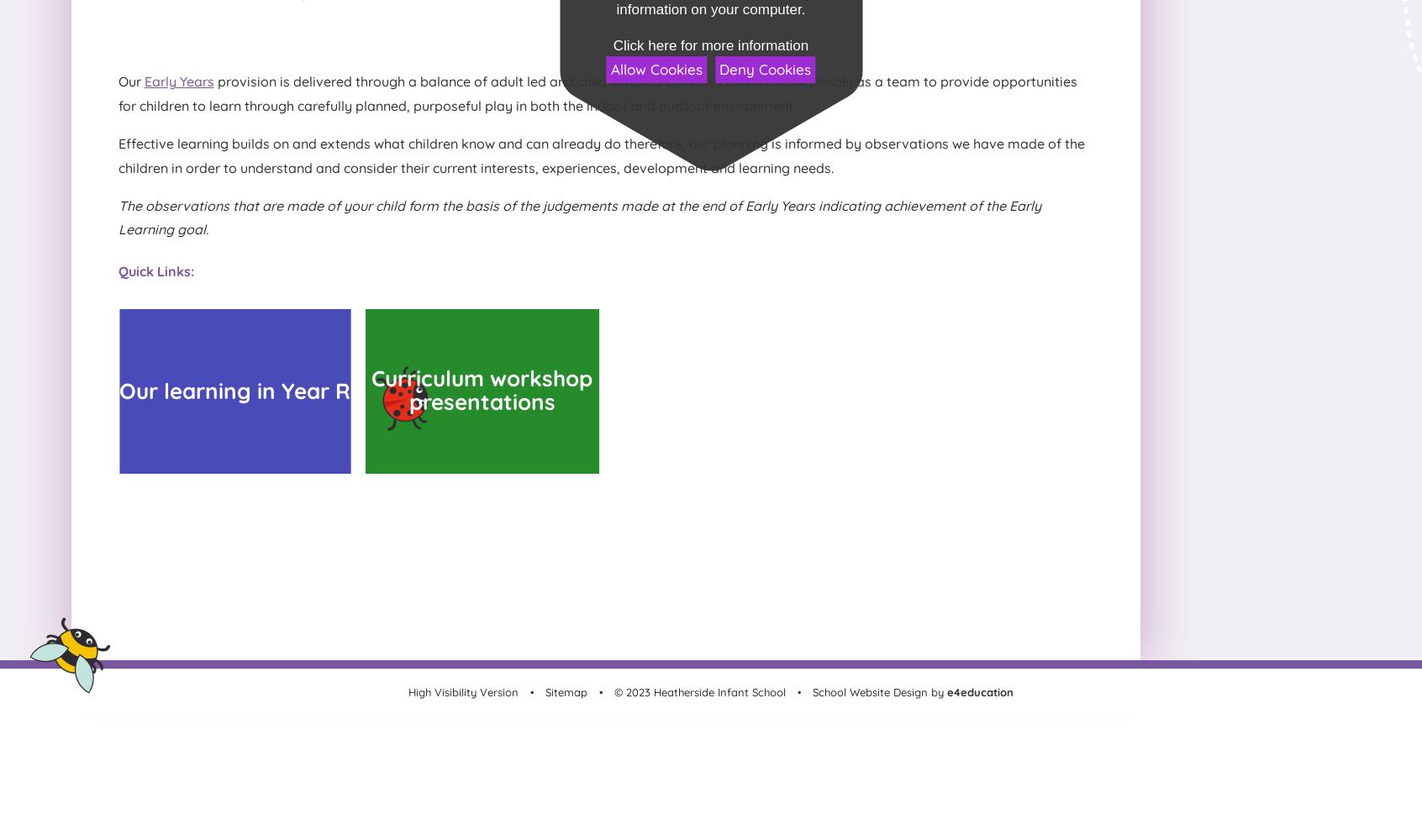 This screenshot has width=1422, height=840. Describe the element at coordinates (129, 81) in the screenshot. I see `'Our'` at that location.